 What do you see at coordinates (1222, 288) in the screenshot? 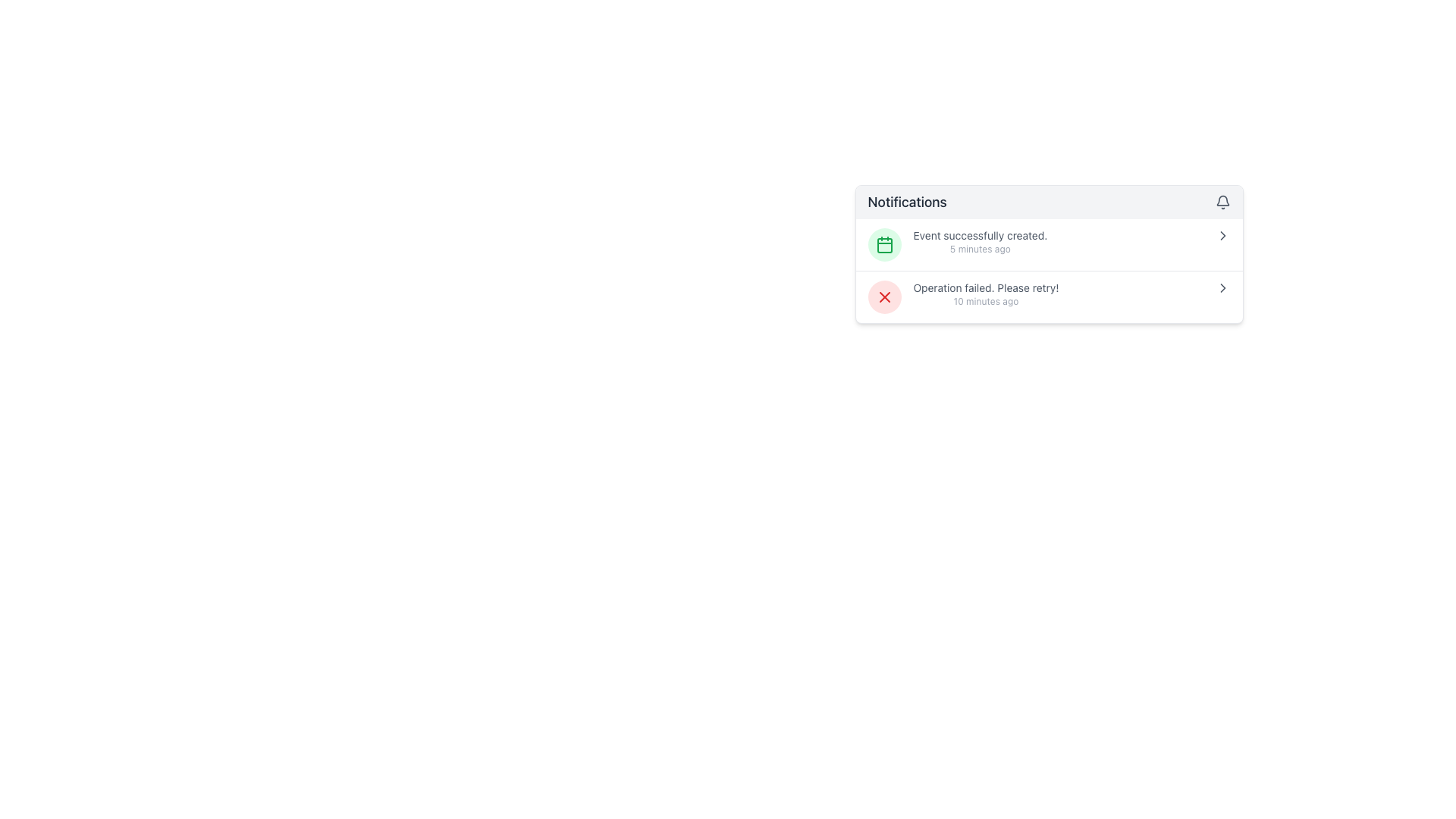
I see `the chevron arrow icon, which is an interactive element indicating a retry action in the notification stating 'Operation failed. Please retry!'` at bounding box center [1222, 288].